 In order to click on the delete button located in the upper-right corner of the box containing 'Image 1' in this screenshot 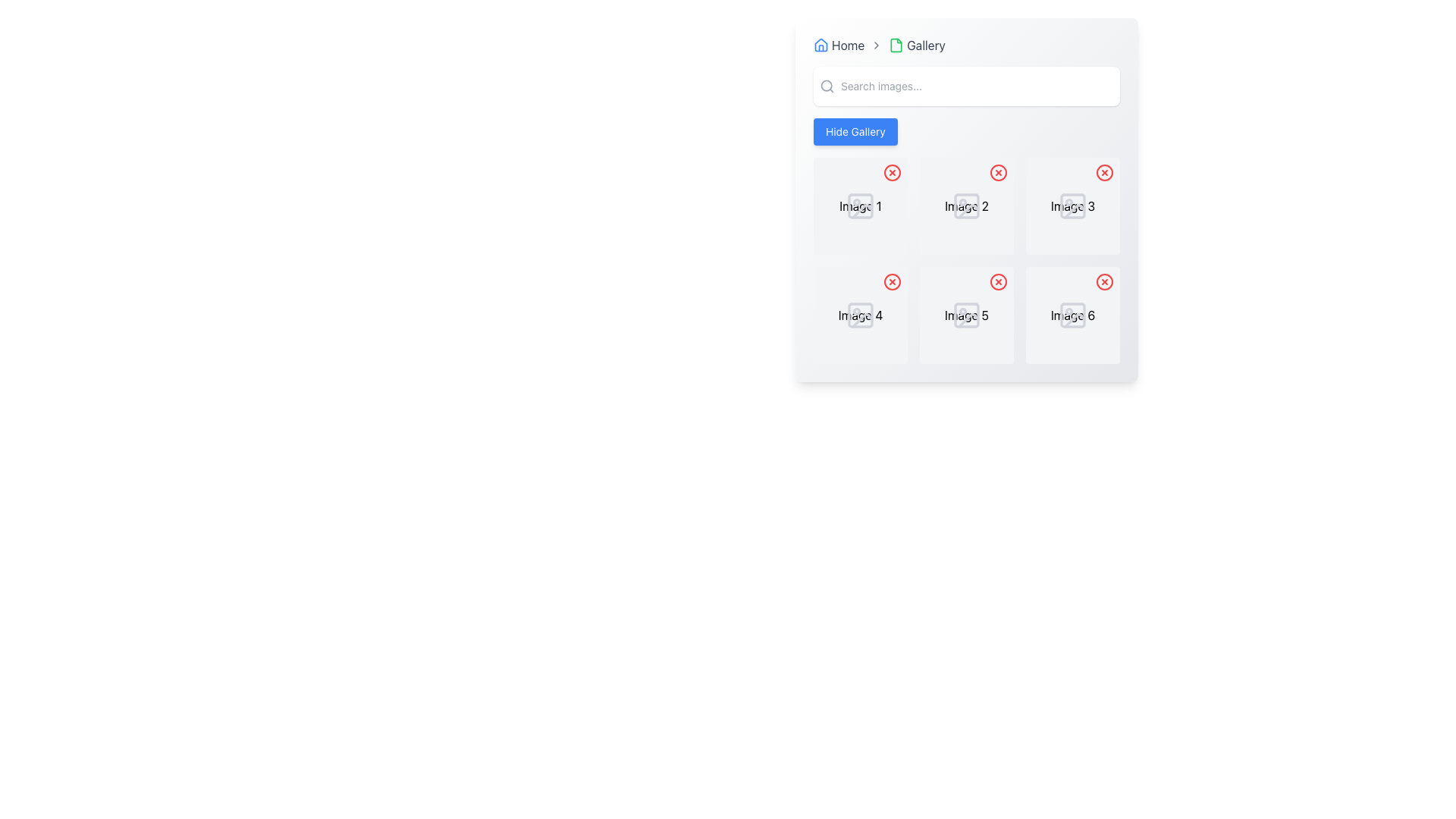, I will do `click(892, 171)`.